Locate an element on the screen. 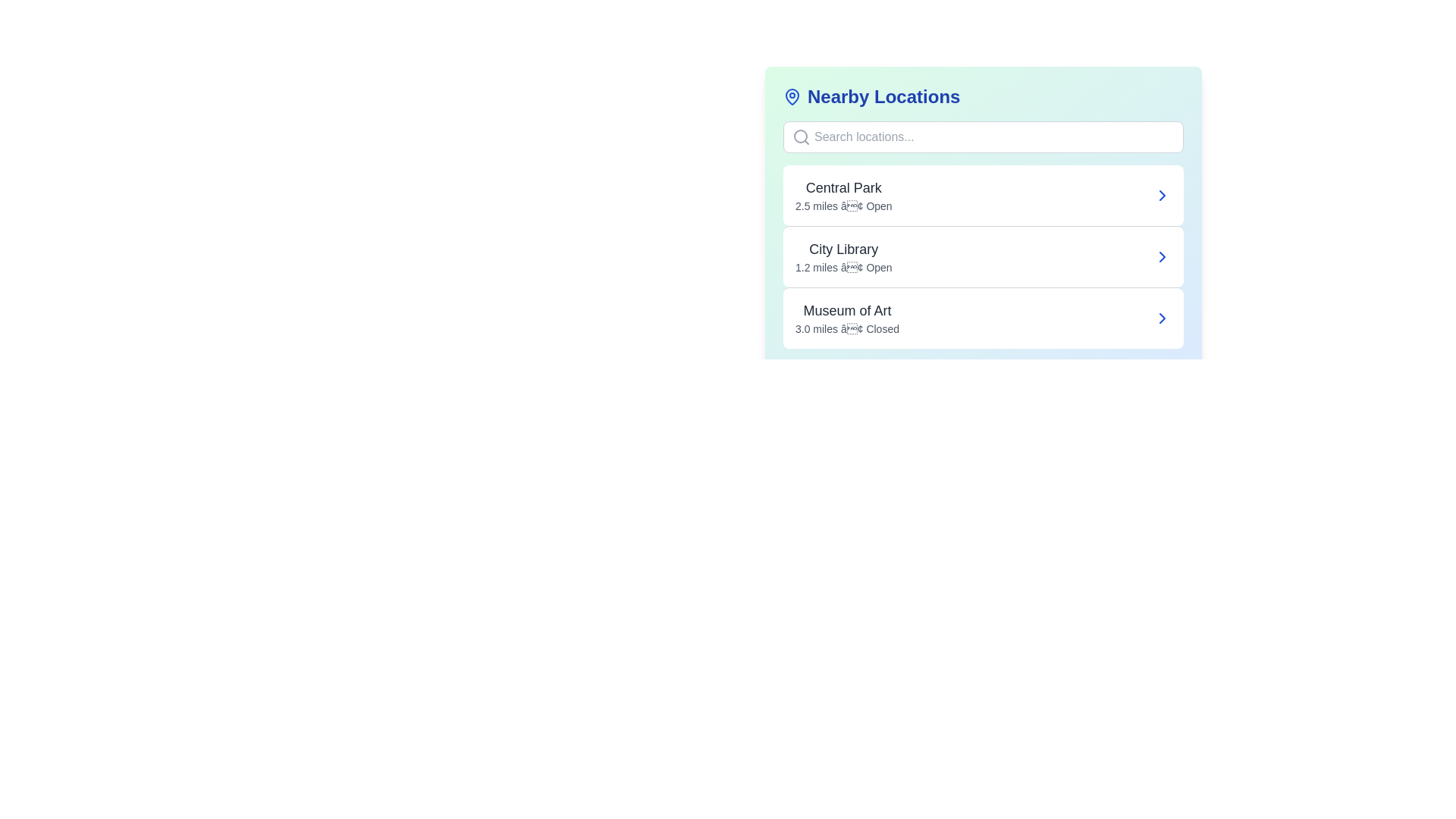  the magnifying glass icon located on the left side of the search input box within the 'Search locations...' component is located at coordinates (800, 137).